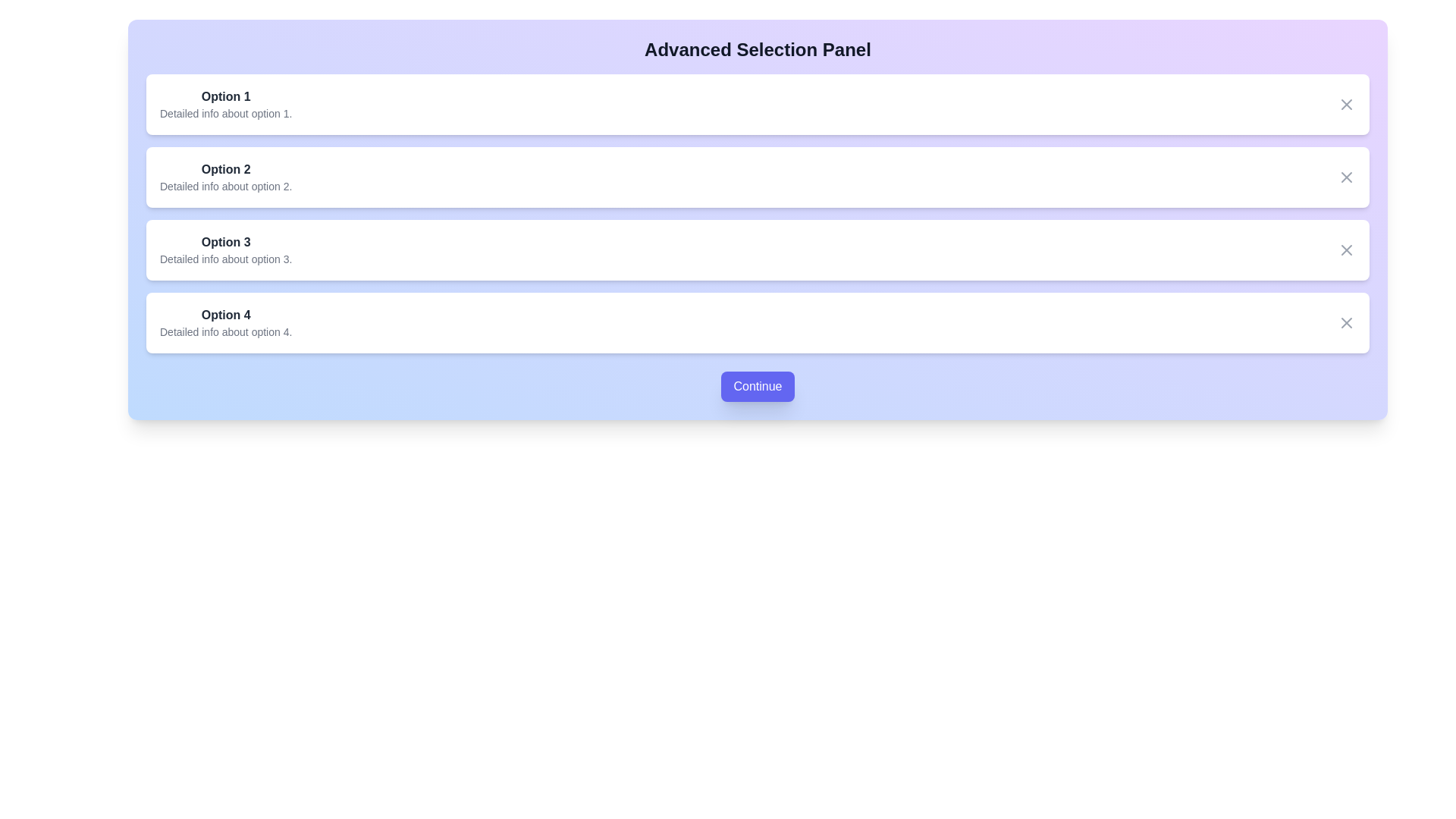  I want to click on the static text element providing supplementary information for 'Option 3' located within the 'Advanced Selection Panel', so click(225, 259).